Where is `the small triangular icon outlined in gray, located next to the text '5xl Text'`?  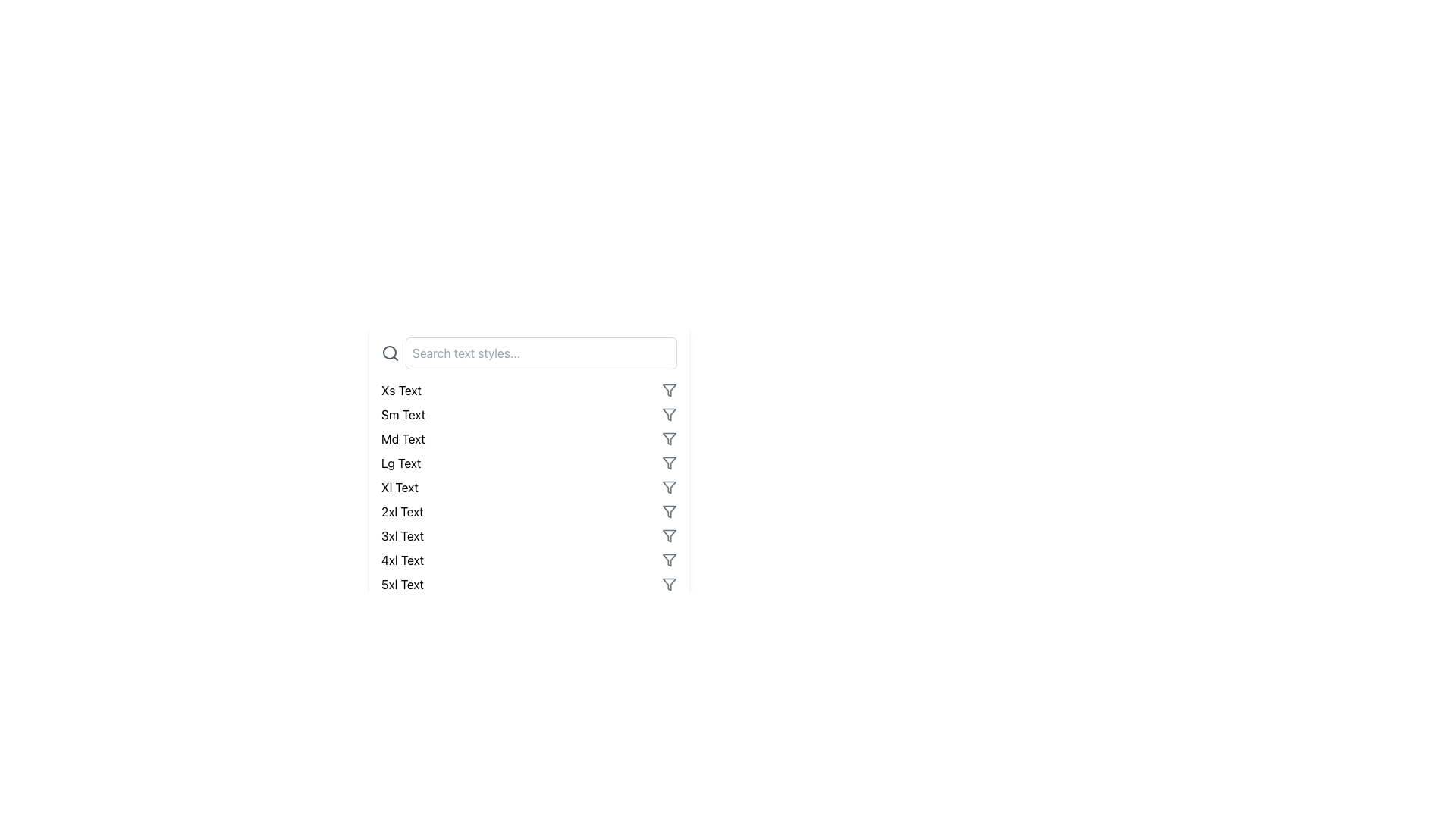
the small triangular icon outlined in gray, located next to the text '5xl Text' is located at coordinates (669, 584).